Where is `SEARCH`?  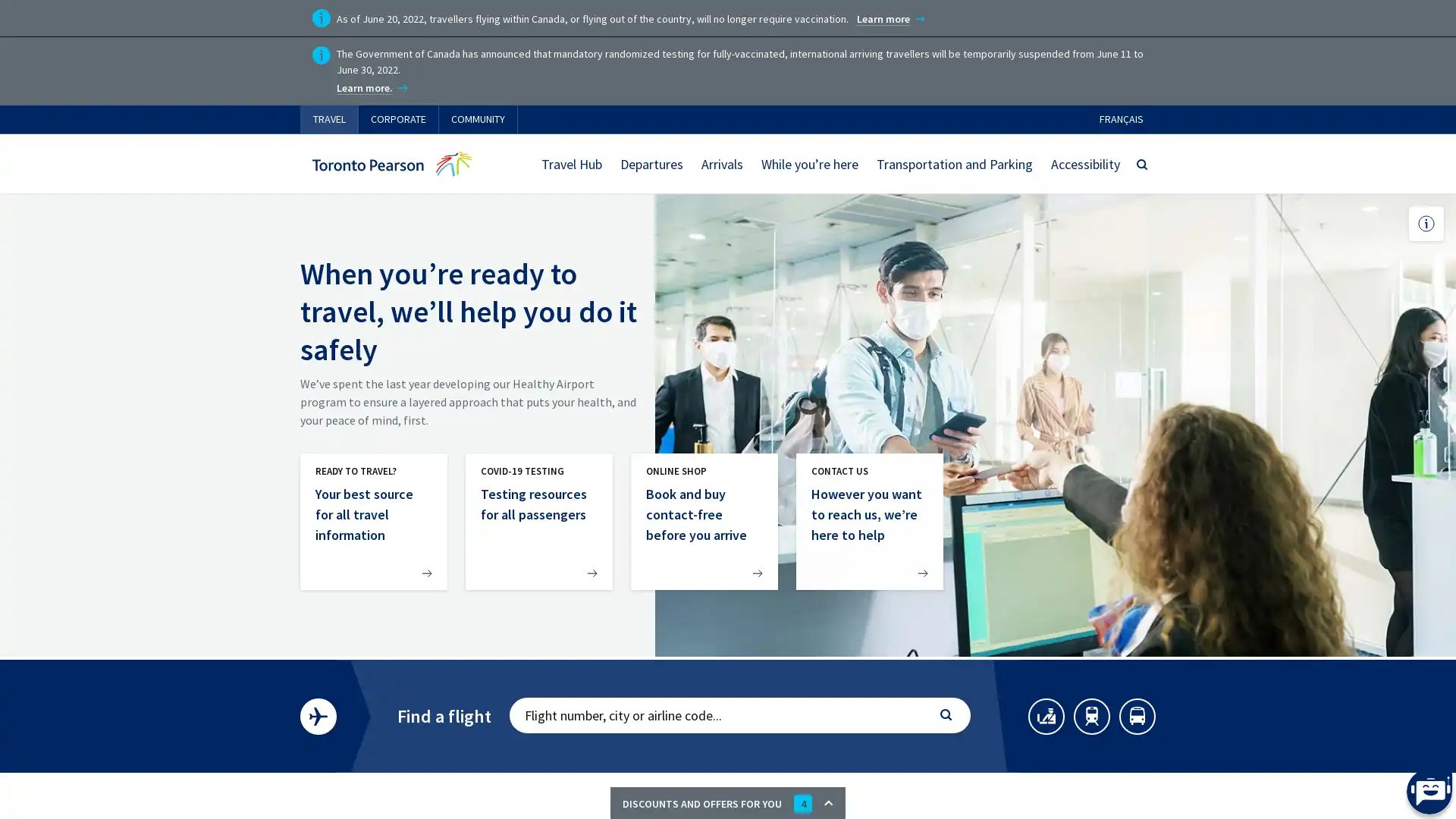
SEARCH is located at coordinates (1142, 164).